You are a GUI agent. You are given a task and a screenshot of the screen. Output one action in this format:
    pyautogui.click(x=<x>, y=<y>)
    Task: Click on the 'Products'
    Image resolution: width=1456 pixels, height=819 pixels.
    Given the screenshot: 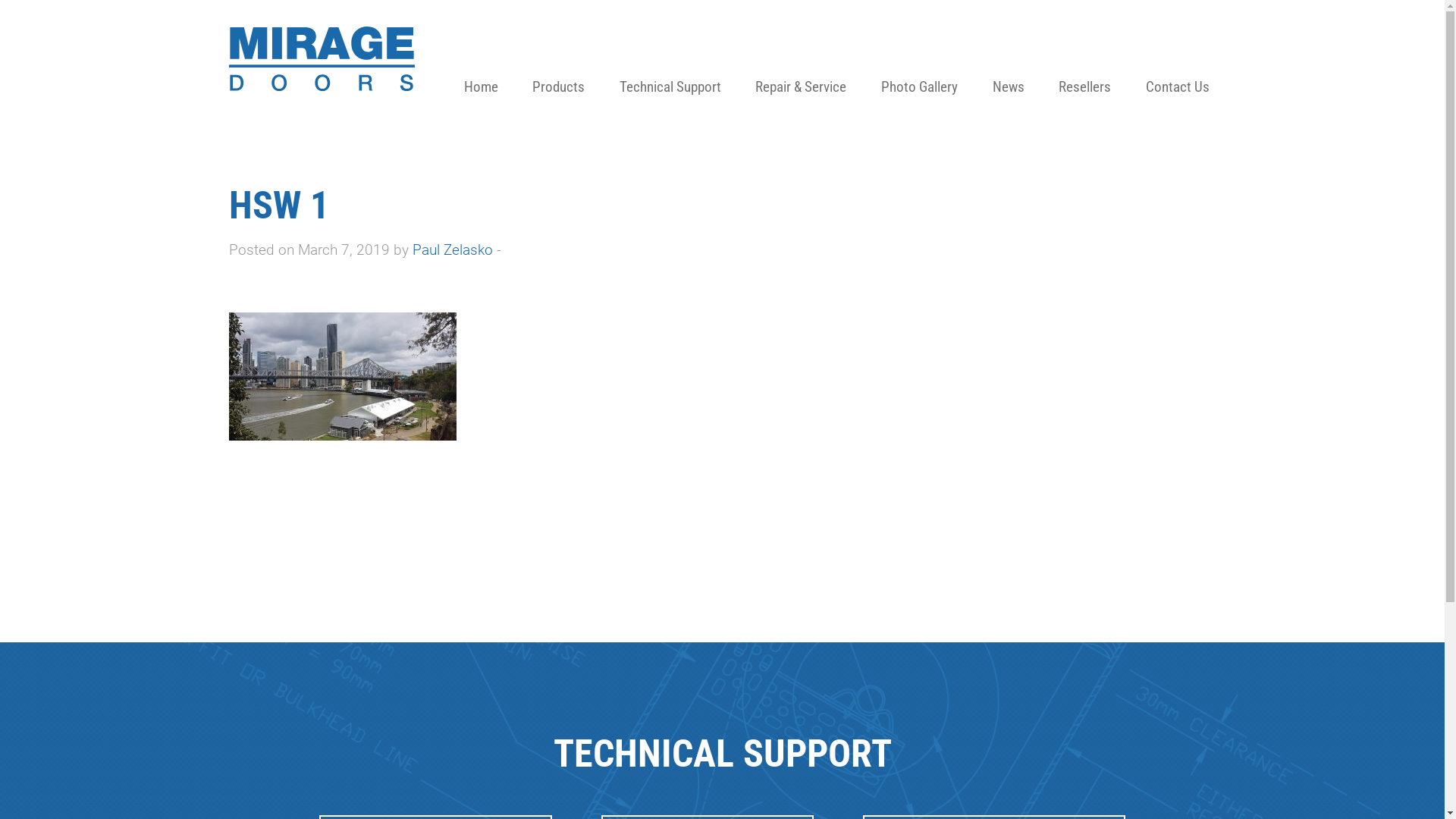 What is the action you would take?
    pyautogui.click(x=557, y=61)
    